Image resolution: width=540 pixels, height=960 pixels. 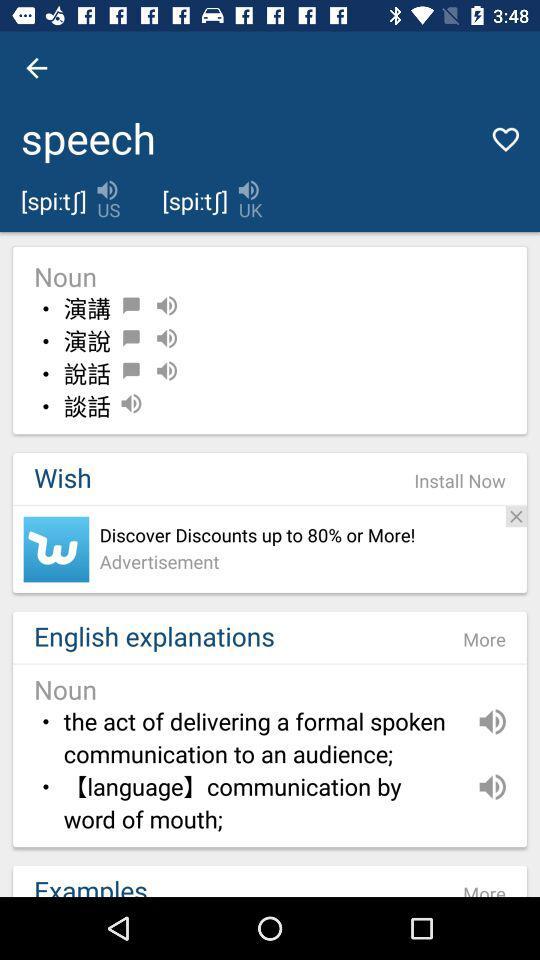 I want to click on the second message icon from top of the page, so click(x=131, y=338).